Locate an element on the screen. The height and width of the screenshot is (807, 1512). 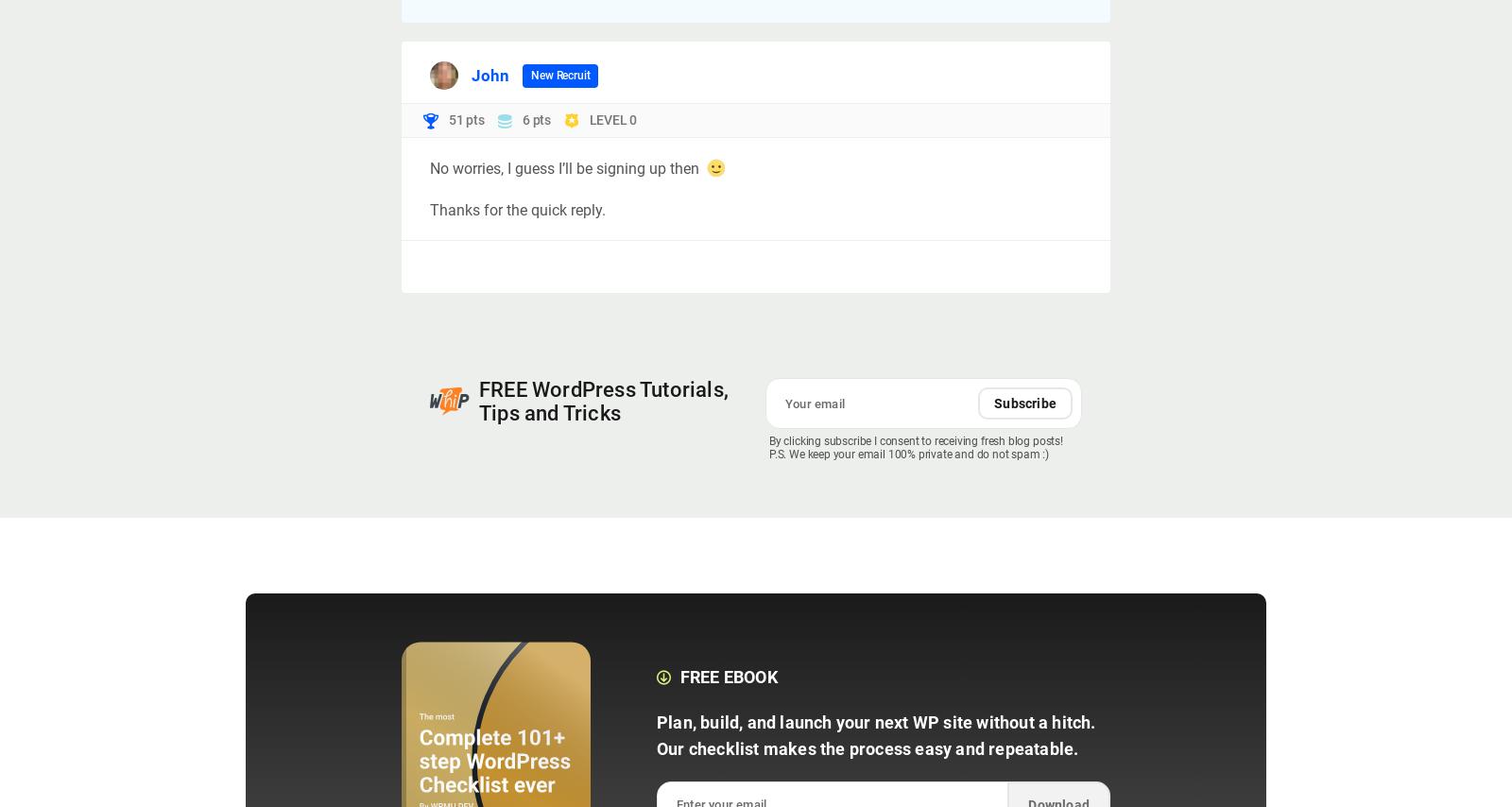
'Subscribe' is located at coordinates (1024, 403).